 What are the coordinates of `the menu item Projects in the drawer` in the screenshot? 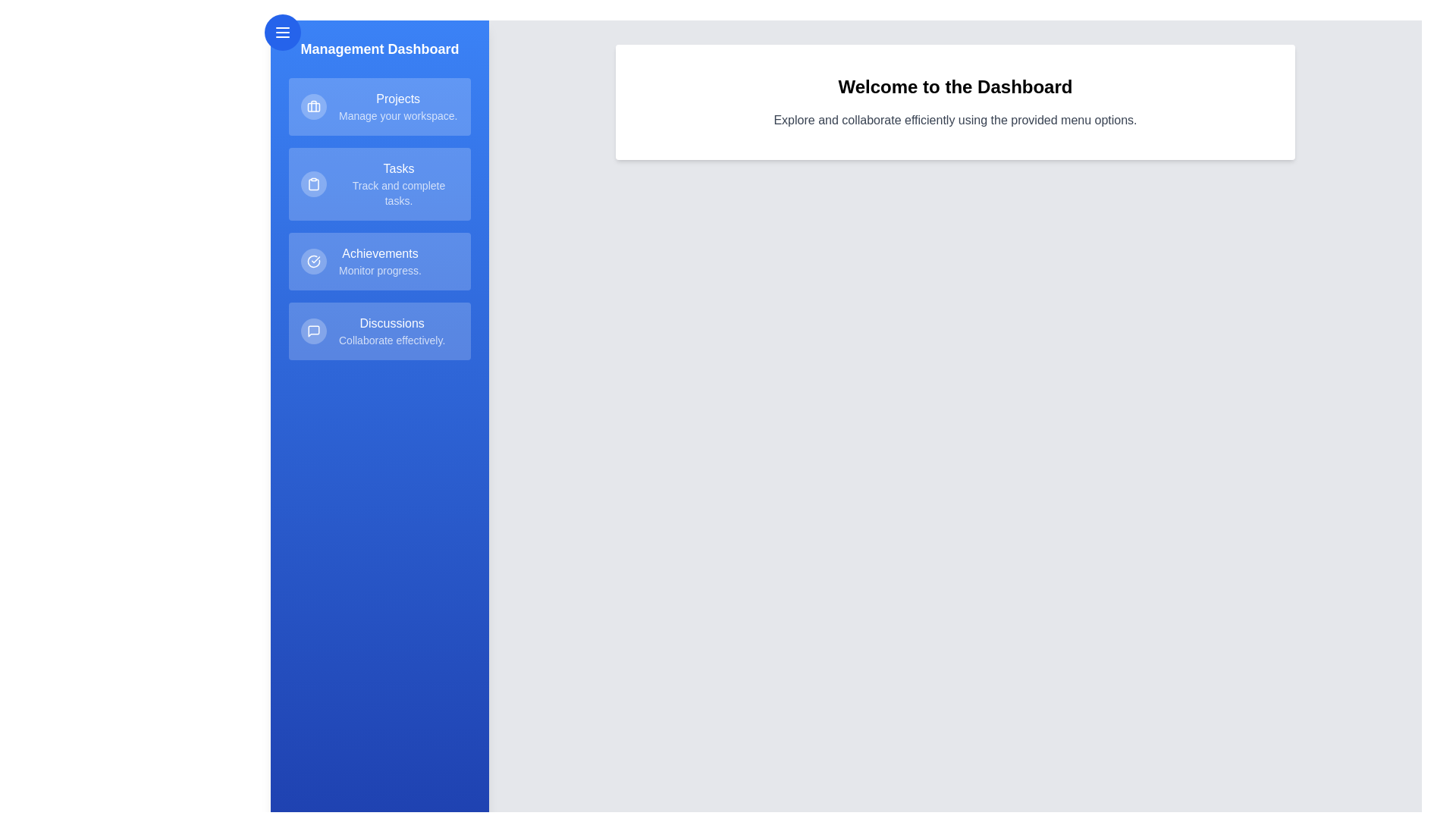 It's located at (379, 106).